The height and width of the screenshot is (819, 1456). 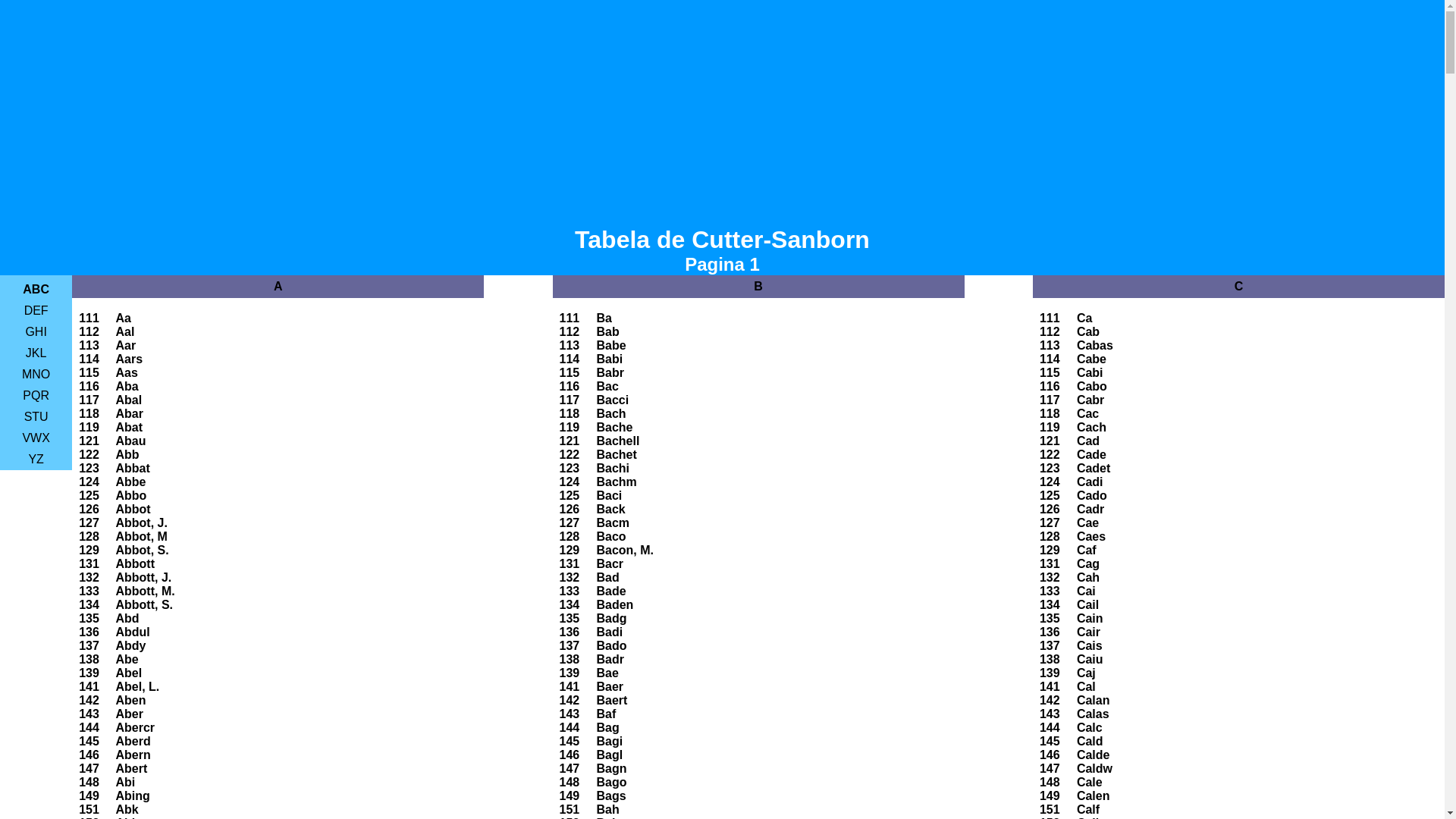 What do you see at coordinates (36, 331) in the screenshot?
I see `'GHI'` at bounding box center [36, 331].